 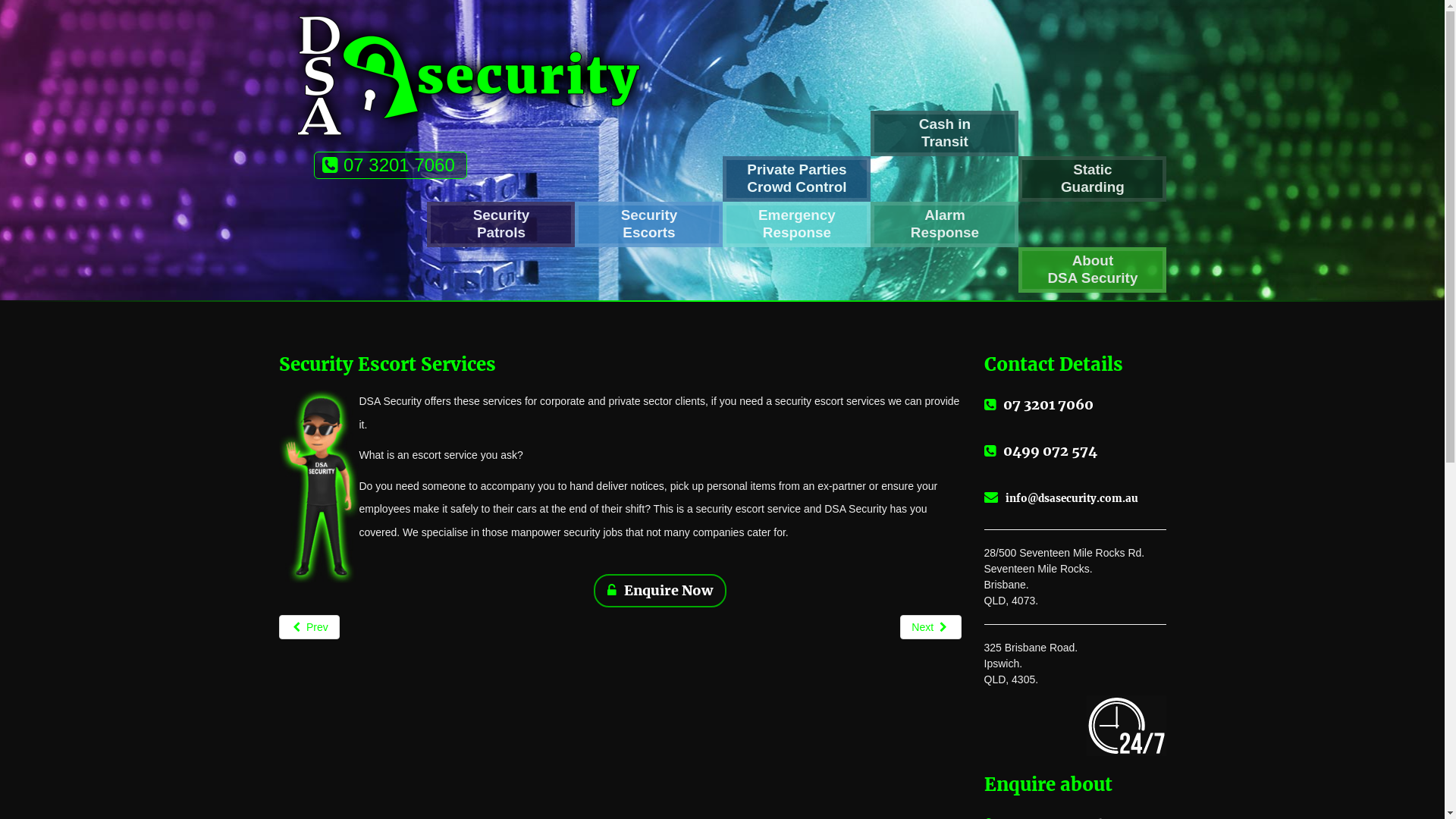 I want to click on 'Private Parties, so click(x=795, y=177).